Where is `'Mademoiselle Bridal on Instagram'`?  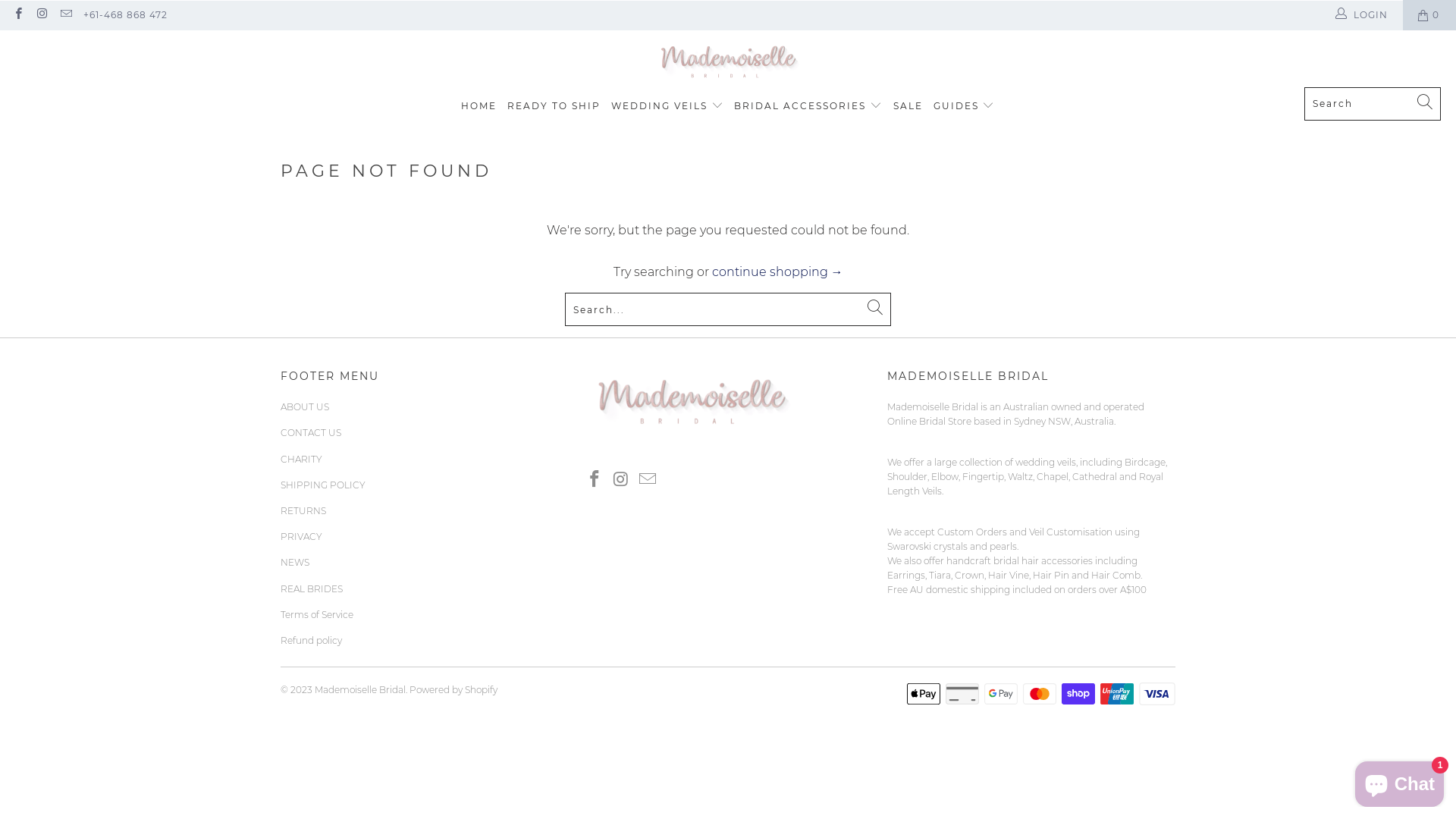 'Mademoiselle Bridal on Instagram' is located at coordinates (41, 14).